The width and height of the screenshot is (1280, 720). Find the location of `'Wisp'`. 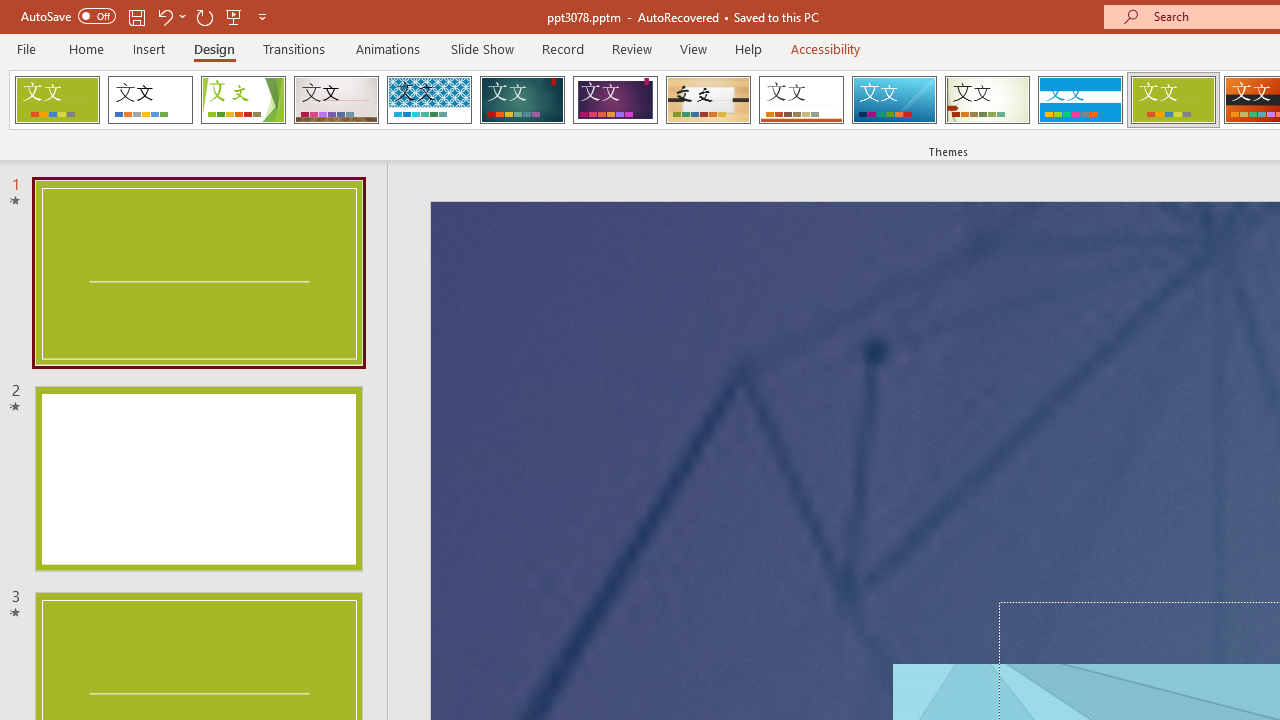

'Wisp' is located at coordinates (987, 100).